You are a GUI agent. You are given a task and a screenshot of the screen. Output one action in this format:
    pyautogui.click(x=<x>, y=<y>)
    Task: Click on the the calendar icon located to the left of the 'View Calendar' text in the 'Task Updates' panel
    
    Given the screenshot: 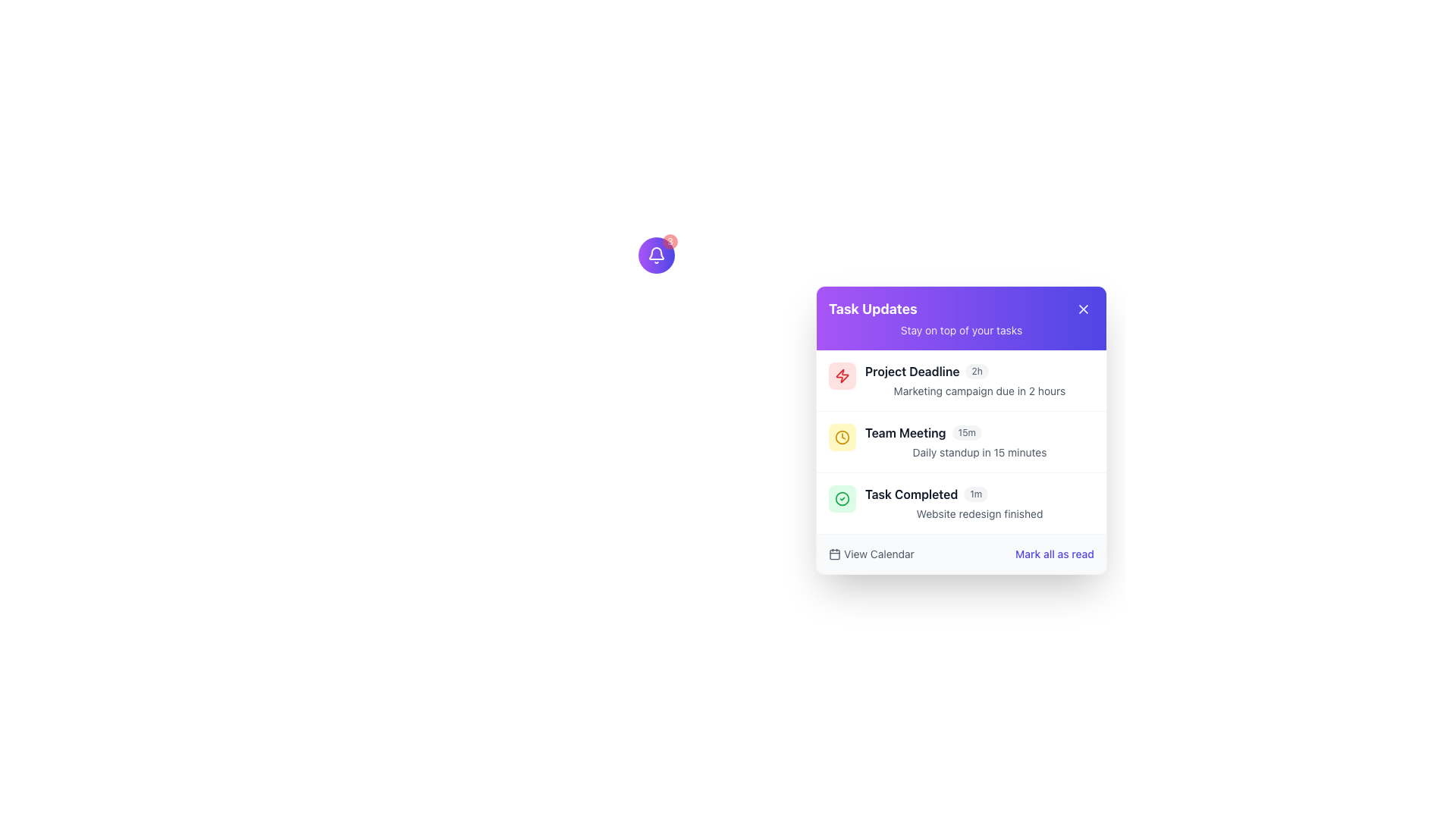 What is the action you would take?
    pyautogui.click(x=833, y=554)
    